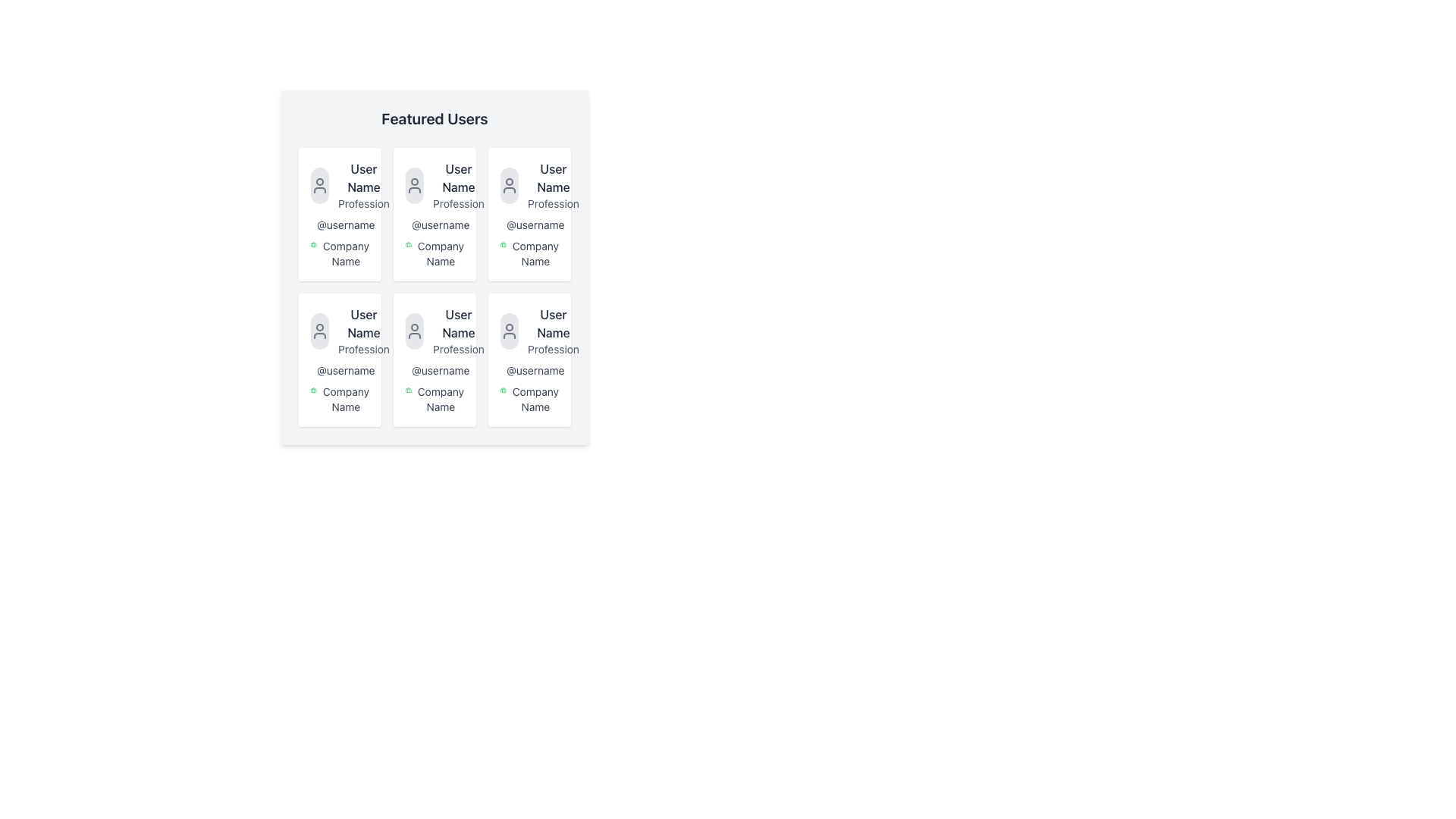 The width and height of the screenshot is (1456, 819). Describe the element at coordinates (434, 225) in the screenshot. I see `the static text label displaying '@username' with a small icon resembling an '@' symbol preceding it, located in the second column of the first row of the user card` at that location.